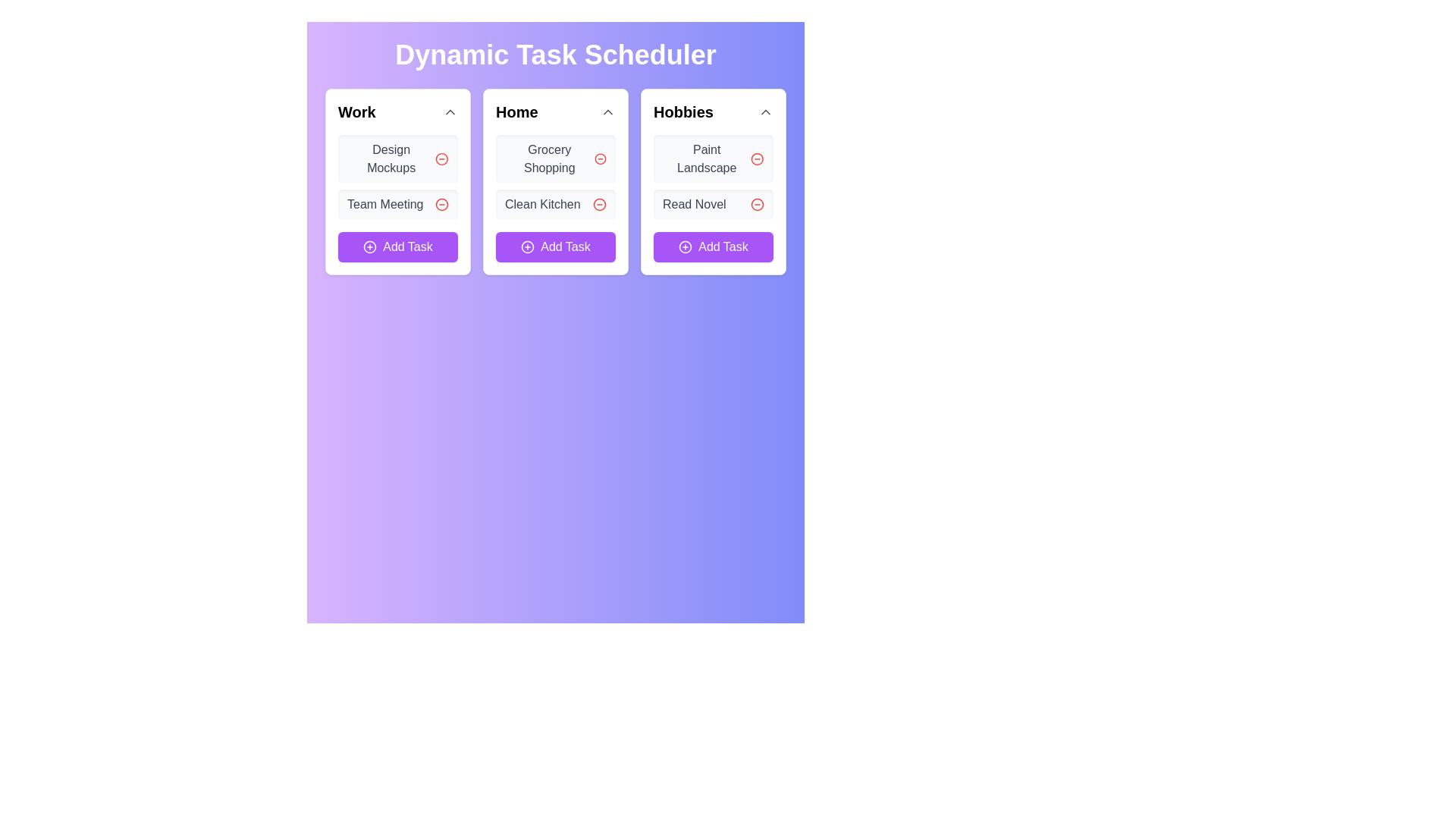 The image size is (1456, 819). Describe the element at coordinates (370, 246) in the screenshot. I see `the SVG icon representing a circle with a plus sign inside it, located within the 'Add Task' button at the bottom of the 'Work' column` at that location.